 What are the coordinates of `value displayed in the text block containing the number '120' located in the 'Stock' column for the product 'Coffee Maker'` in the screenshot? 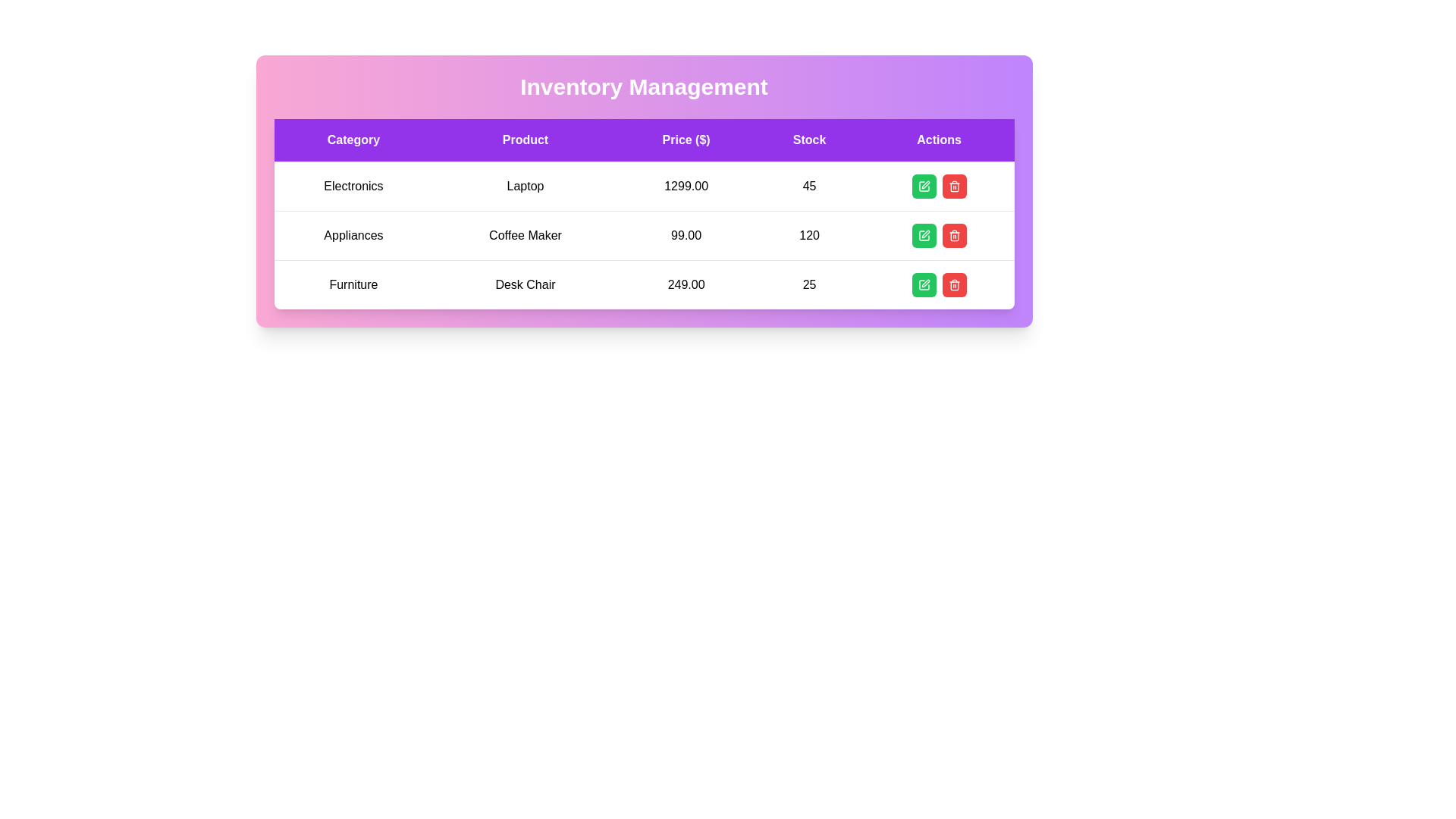 It's located at (808, 236).